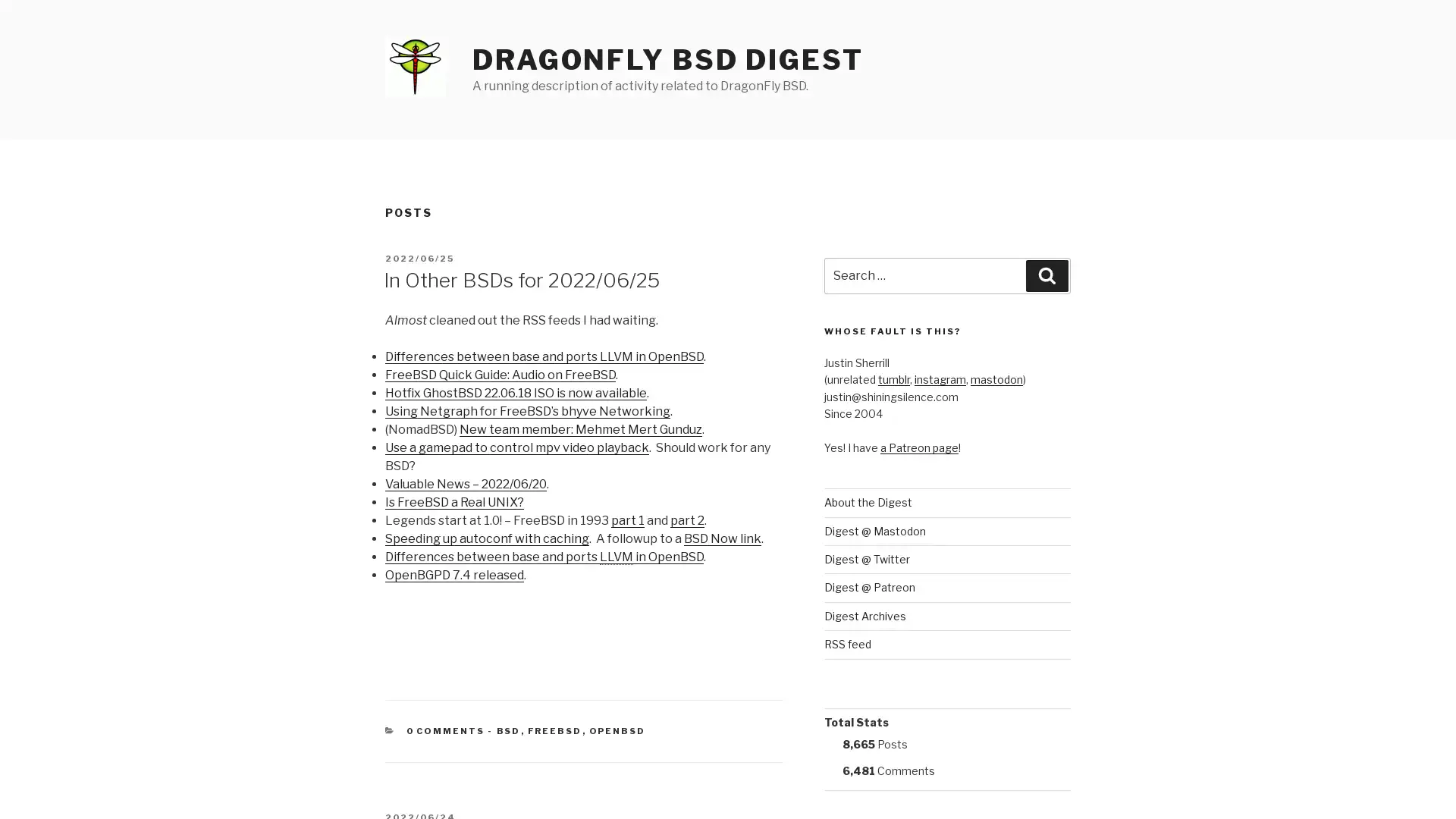  Describe the element at coordinates (1046, 275) in the screenshot. I see `Search` at that location.